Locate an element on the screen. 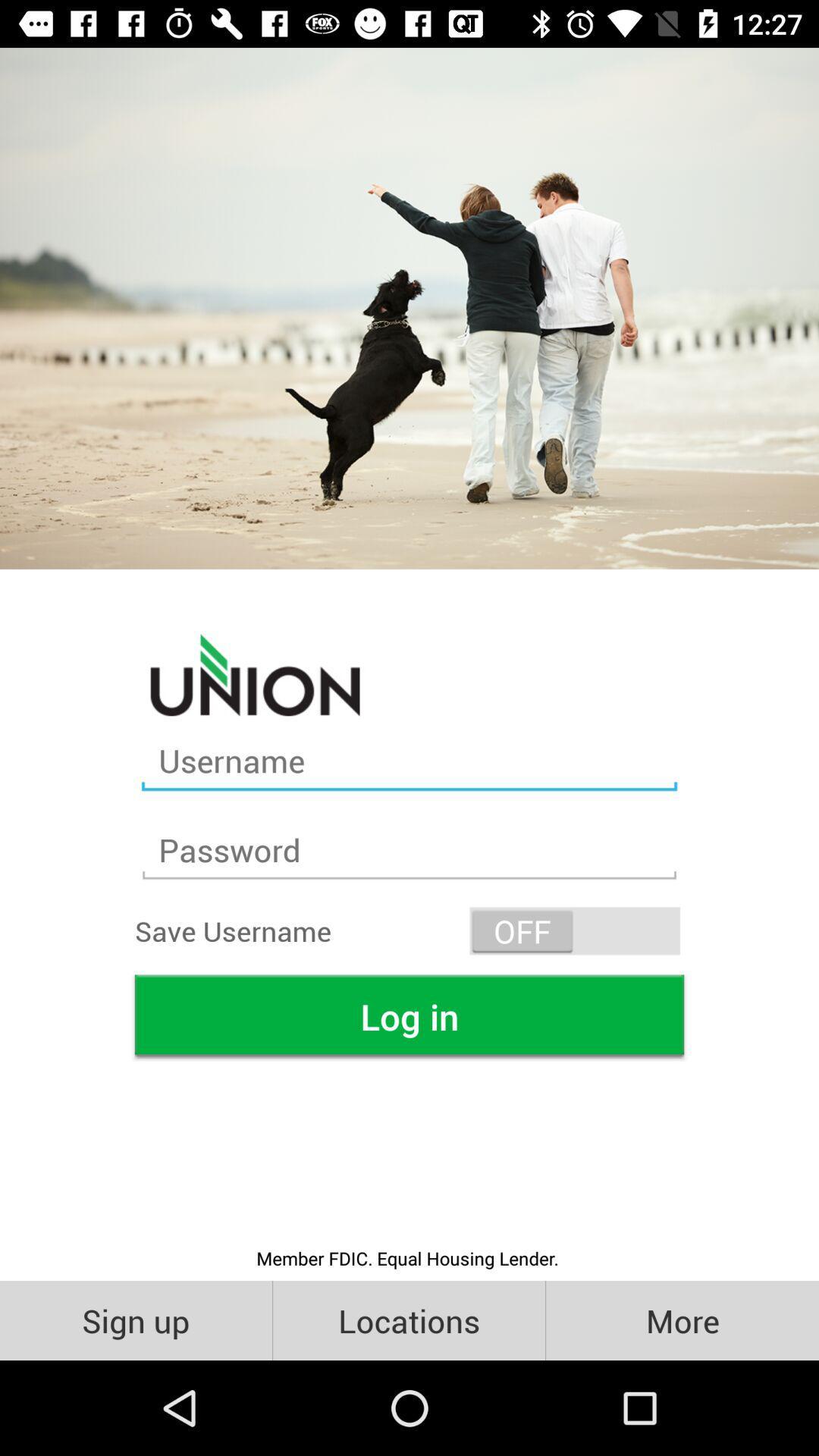 This screenshot has width=819, height=1456. icon to the right of save username is located at coordinates (575, 930).